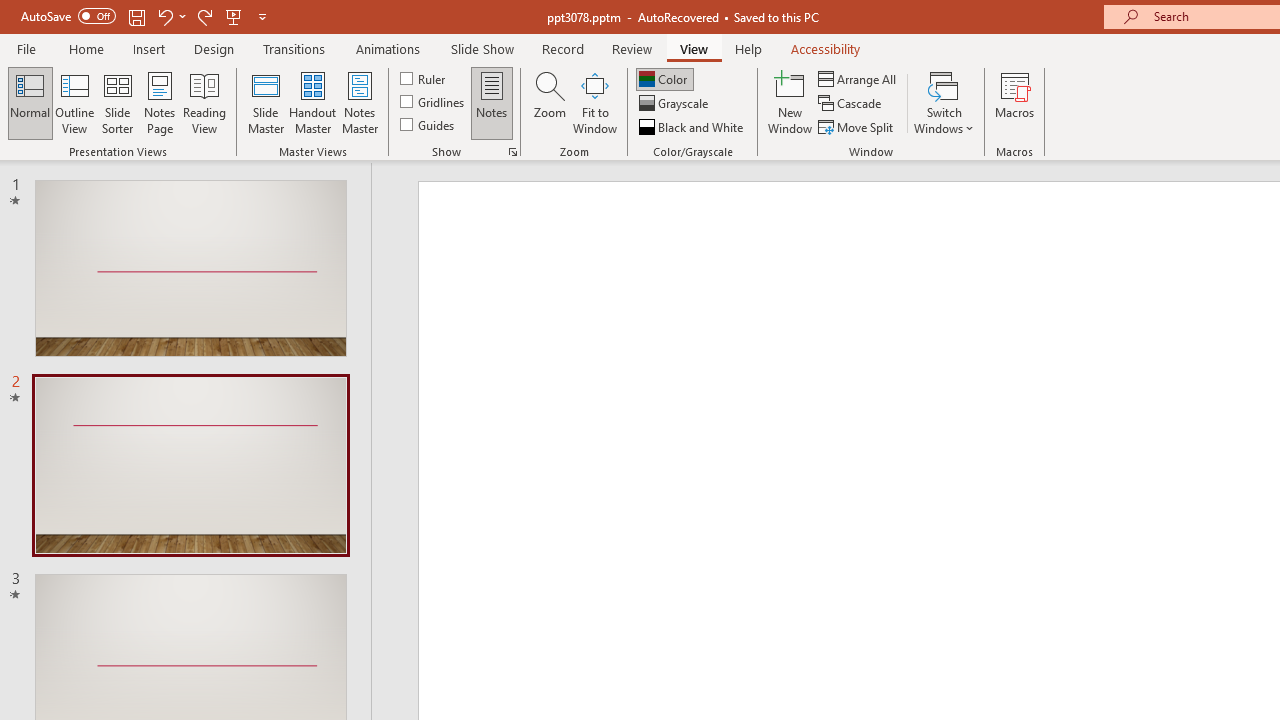 The height and width of the screenshot is (720, 1280). I want to click on 'Switch Windows', so click(943, 103).